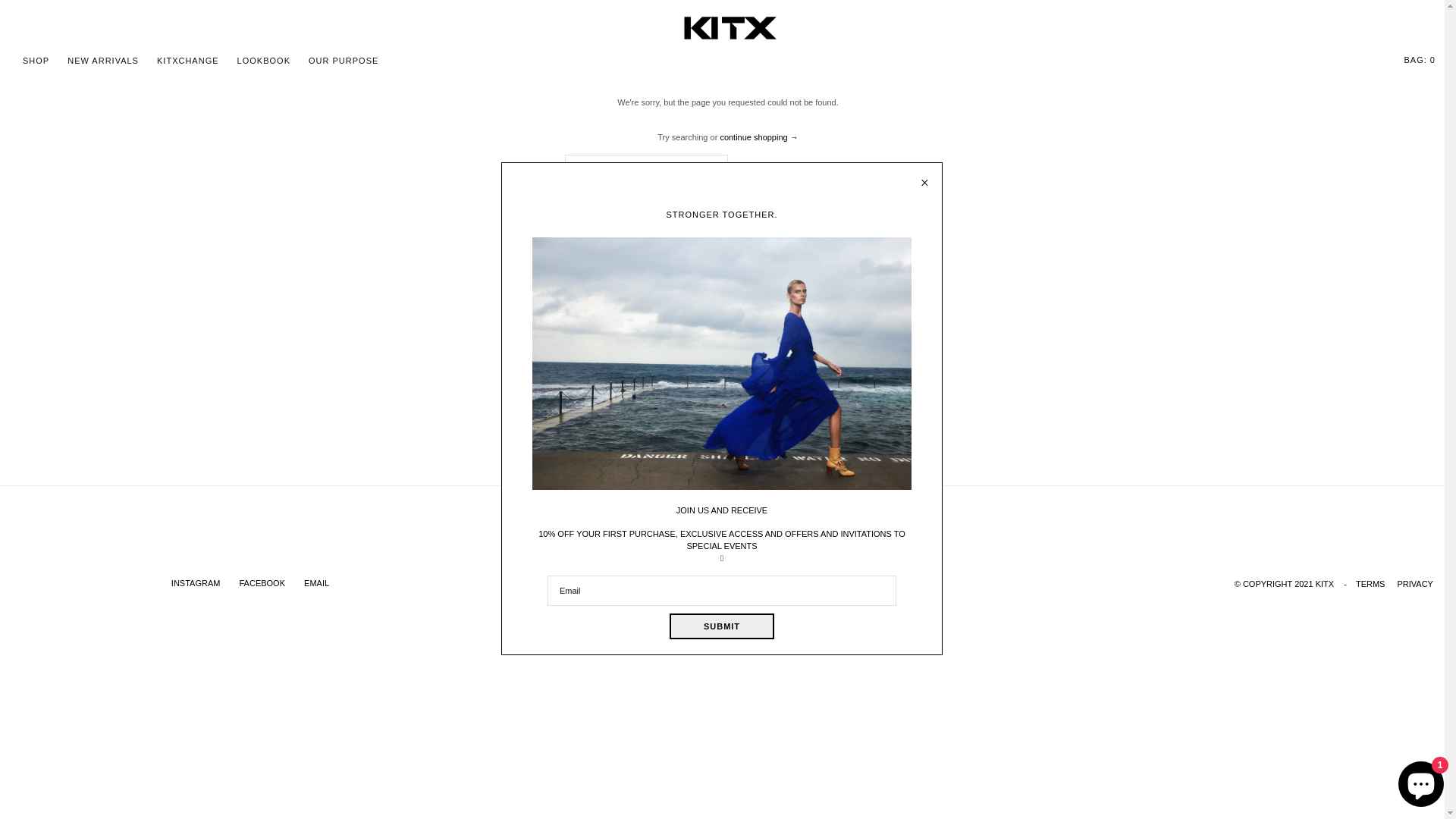 This screenshot has width=1456, height=819. I want to click on 'PRIVACY', so click(1414, 583).